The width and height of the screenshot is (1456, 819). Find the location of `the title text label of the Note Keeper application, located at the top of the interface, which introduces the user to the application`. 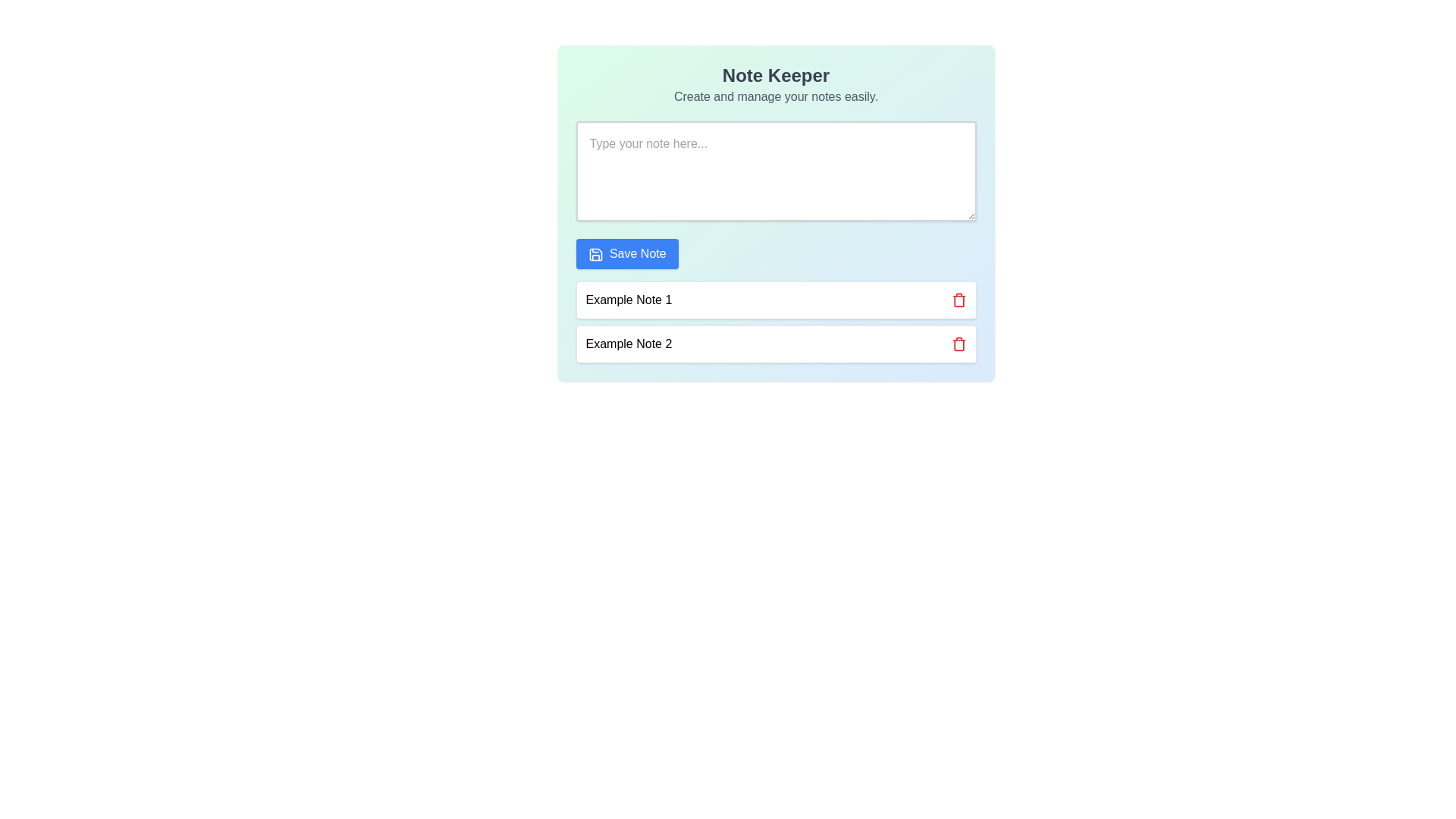

the title text label of the Note Keeper application, located at the top of the interface, which introduces the user to the application is located at coordinates (776, 76).